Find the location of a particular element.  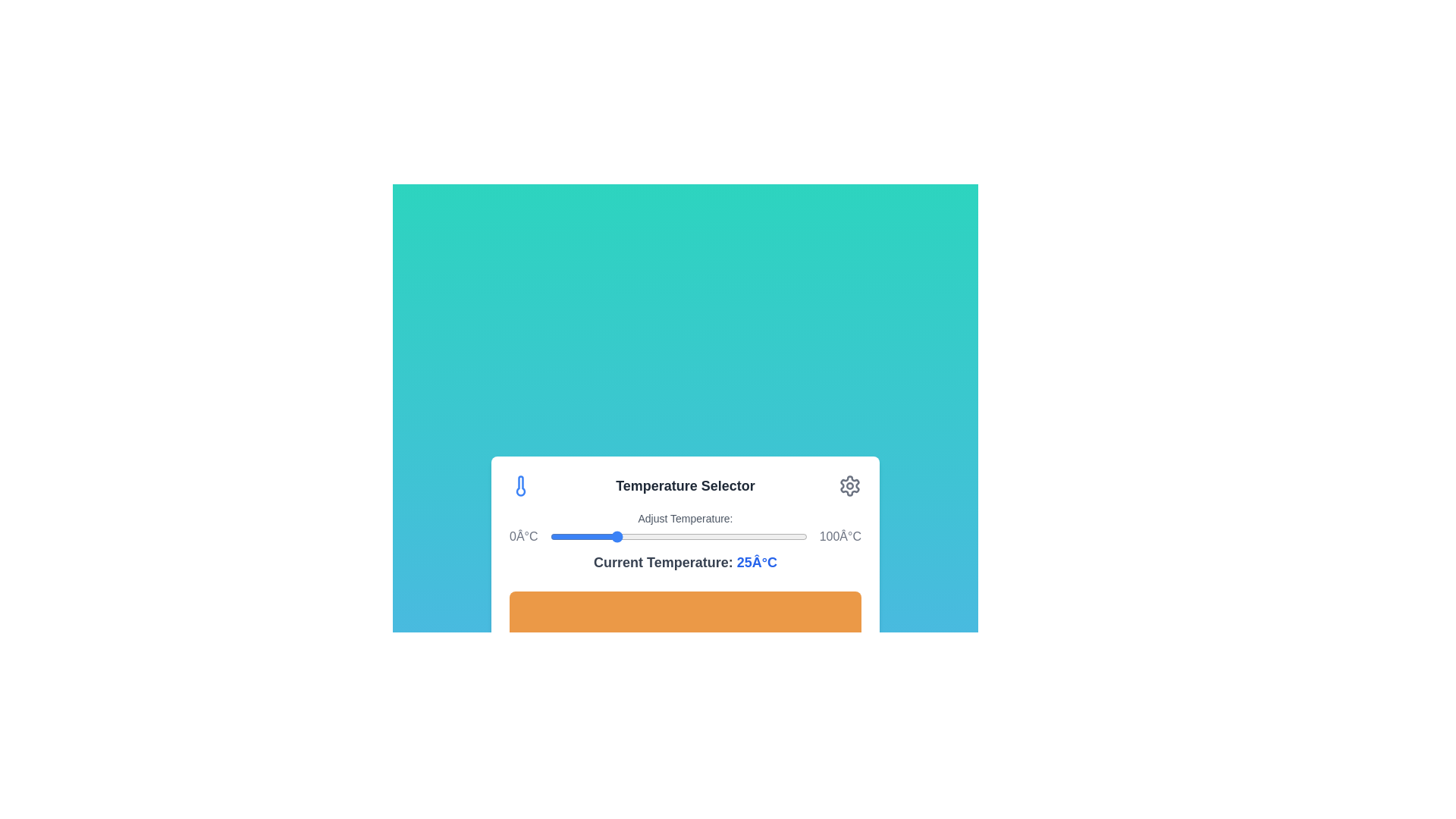

the temperature to 94°C by moving the slider is located at coordinates (790, 536).